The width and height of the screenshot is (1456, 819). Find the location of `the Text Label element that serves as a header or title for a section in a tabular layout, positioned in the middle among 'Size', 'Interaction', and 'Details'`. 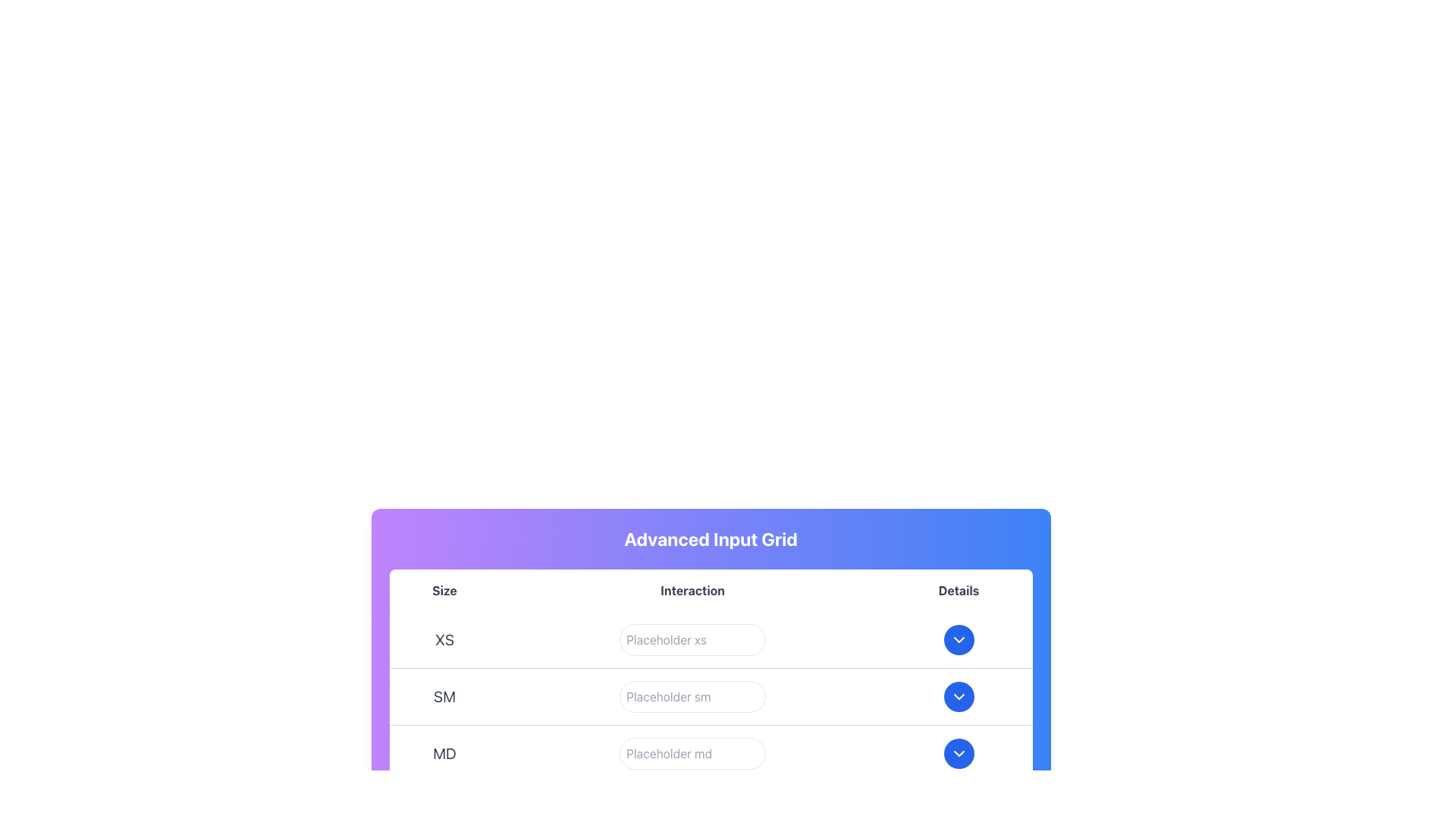

the Text Label element that serves as a header or title for a section in a tabular layout, positioned in the middle among 'Size', 'Interaction', and 'Details' is located at coordinates (692, 590).